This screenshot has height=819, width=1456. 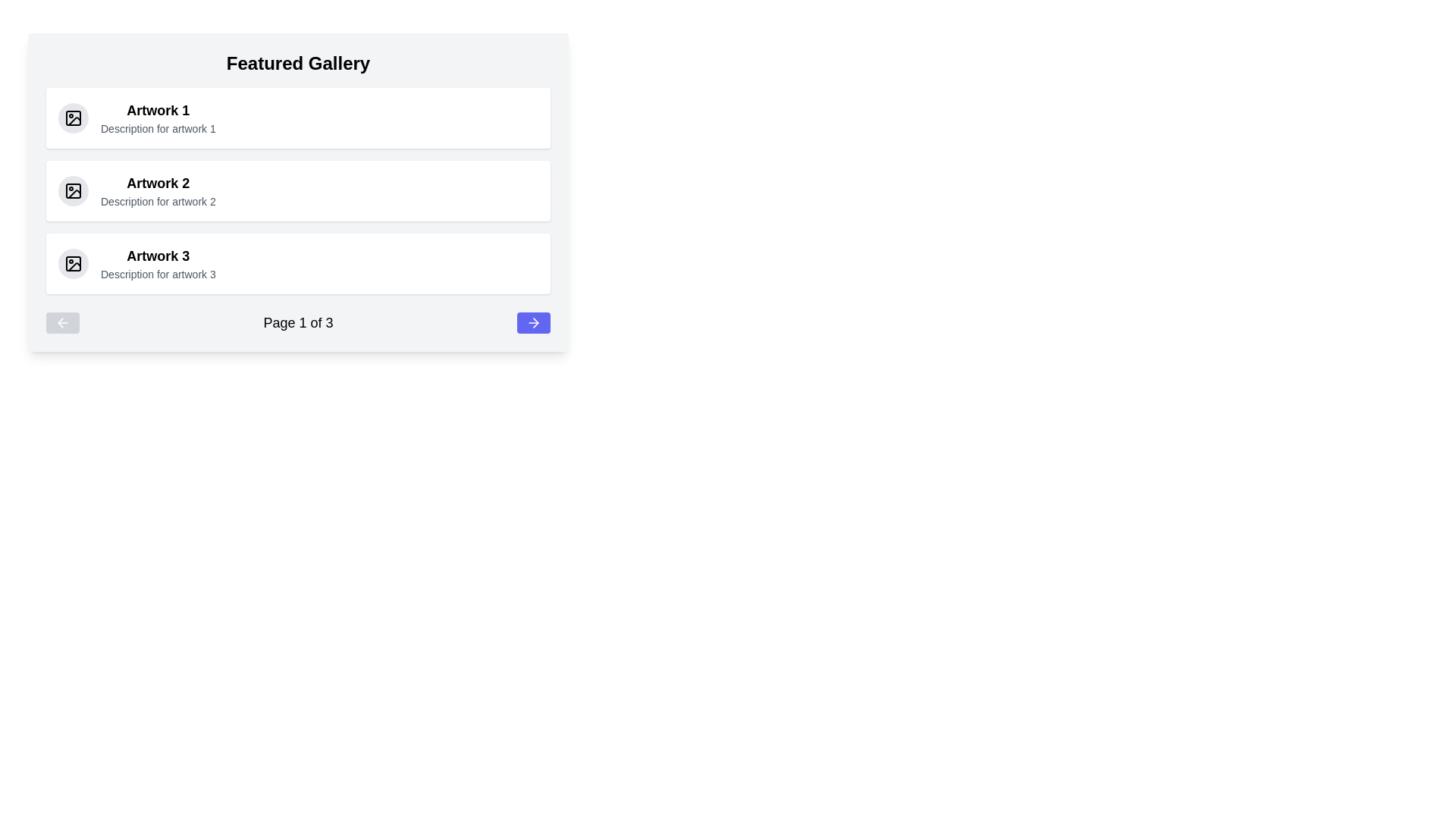 I want to click on the small, rounded rectangle that serves as a placeholder for unavailable artwork in the 'Artwork 1' list item, so click(x=72, y=117).